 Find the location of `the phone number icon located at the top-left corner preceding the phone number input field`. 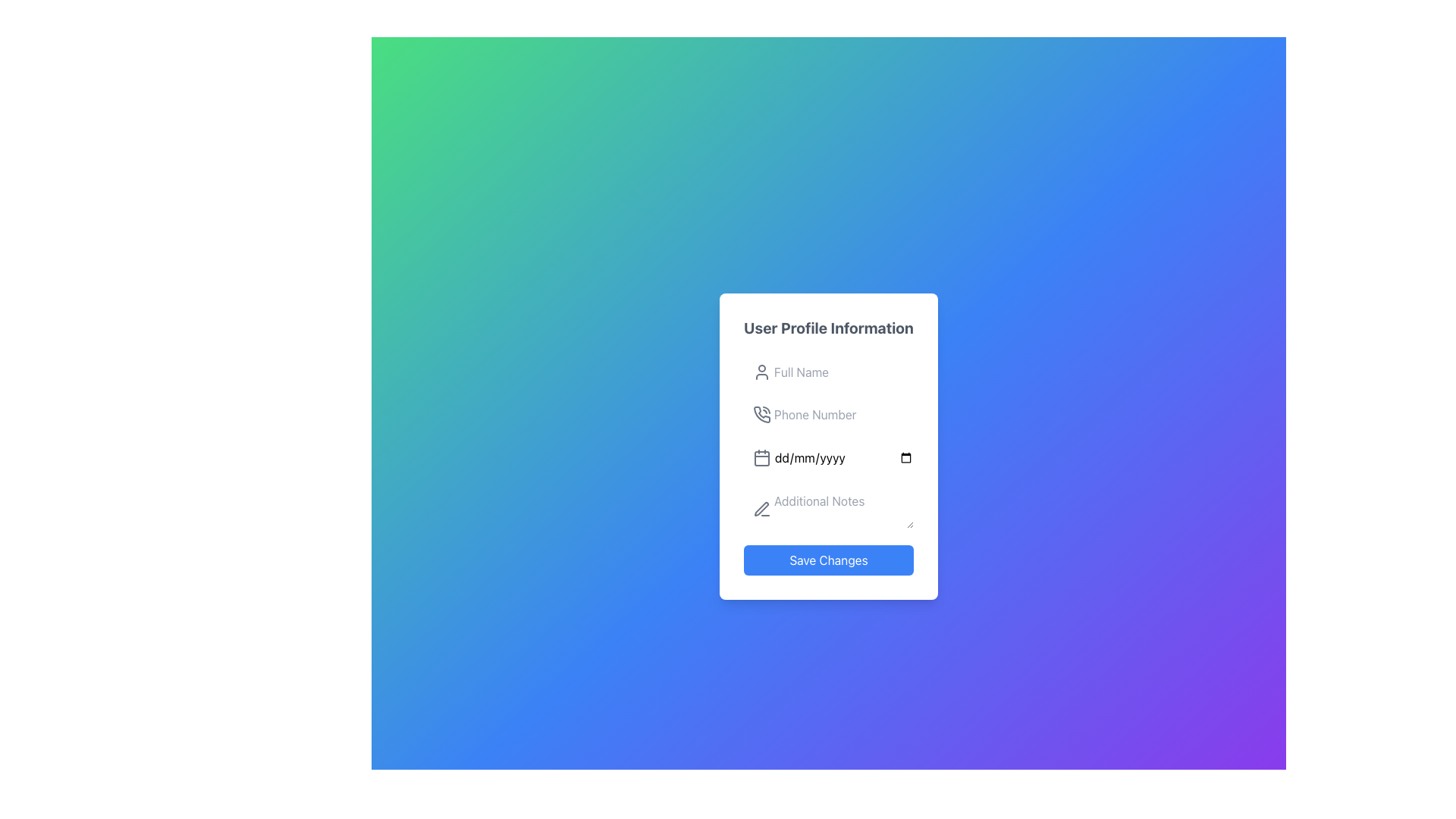

the phone number icon located at the top-left corner preceding the phone number input field is located at coordinates (761, 415).